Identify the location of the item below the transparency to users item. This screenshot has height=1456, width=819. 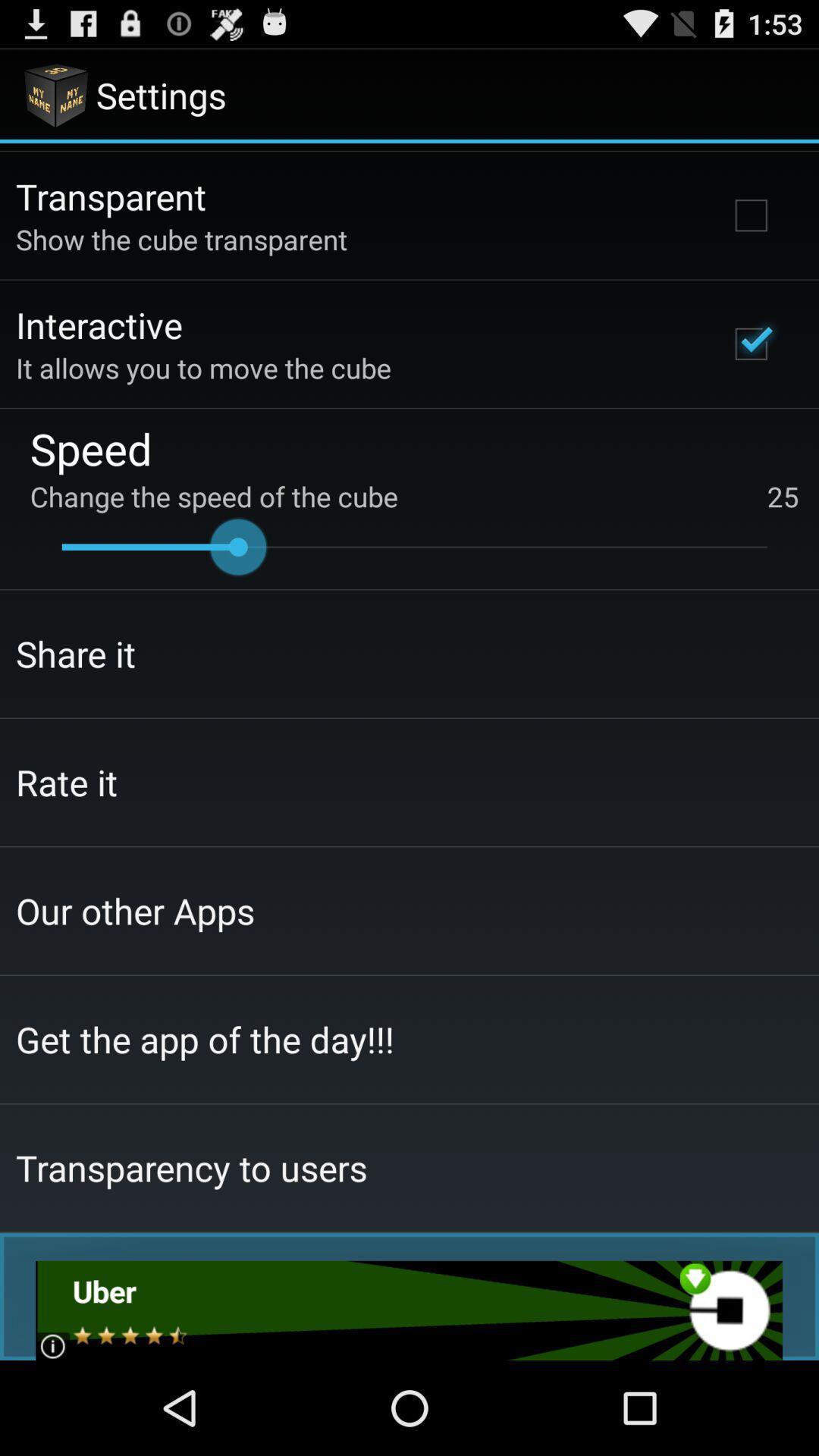
(408, 1310).